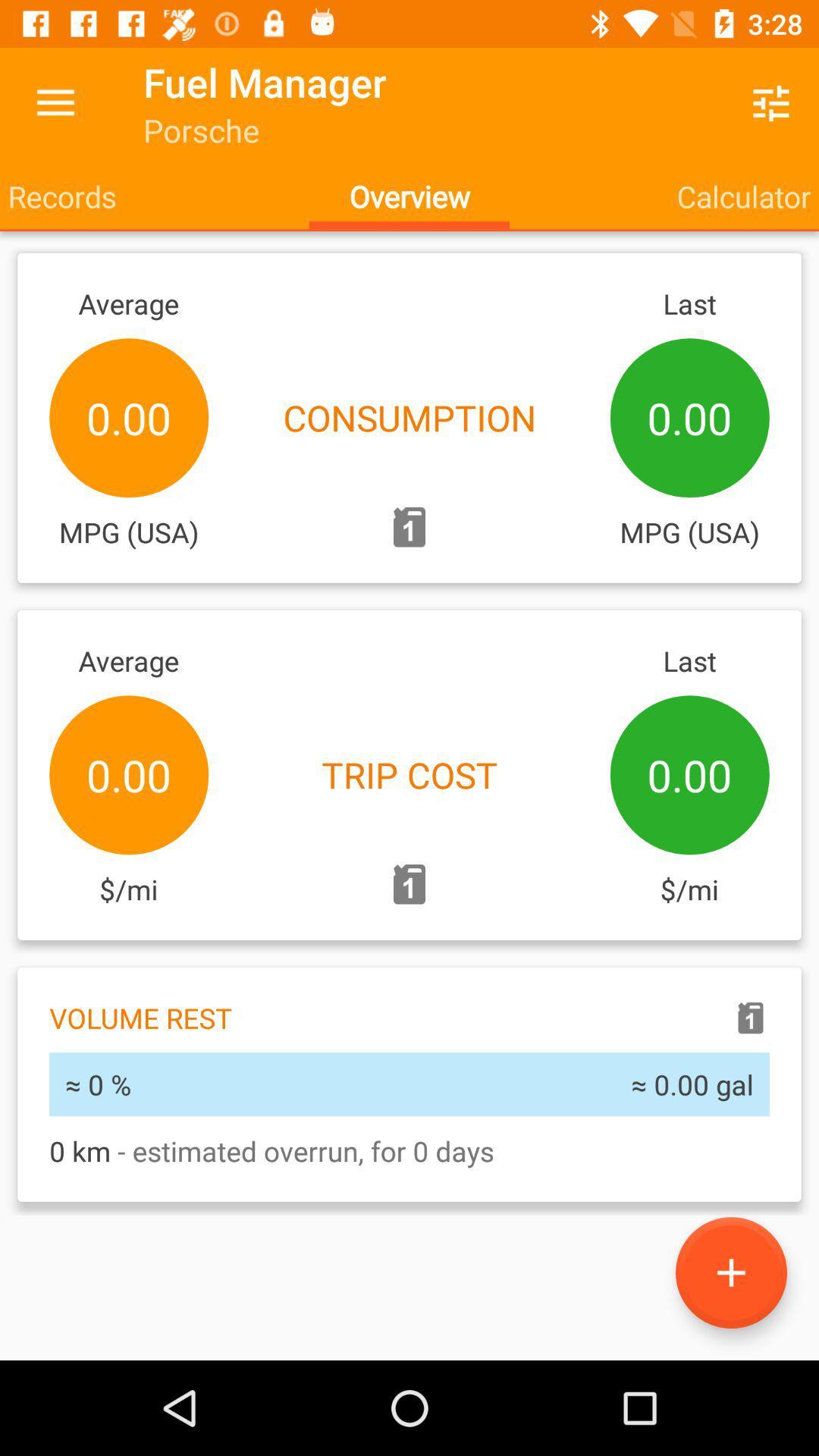  Describe the element at coordinates (771, 102) in the screenshot. I see `the icon next to fuel manager icon` at that location.